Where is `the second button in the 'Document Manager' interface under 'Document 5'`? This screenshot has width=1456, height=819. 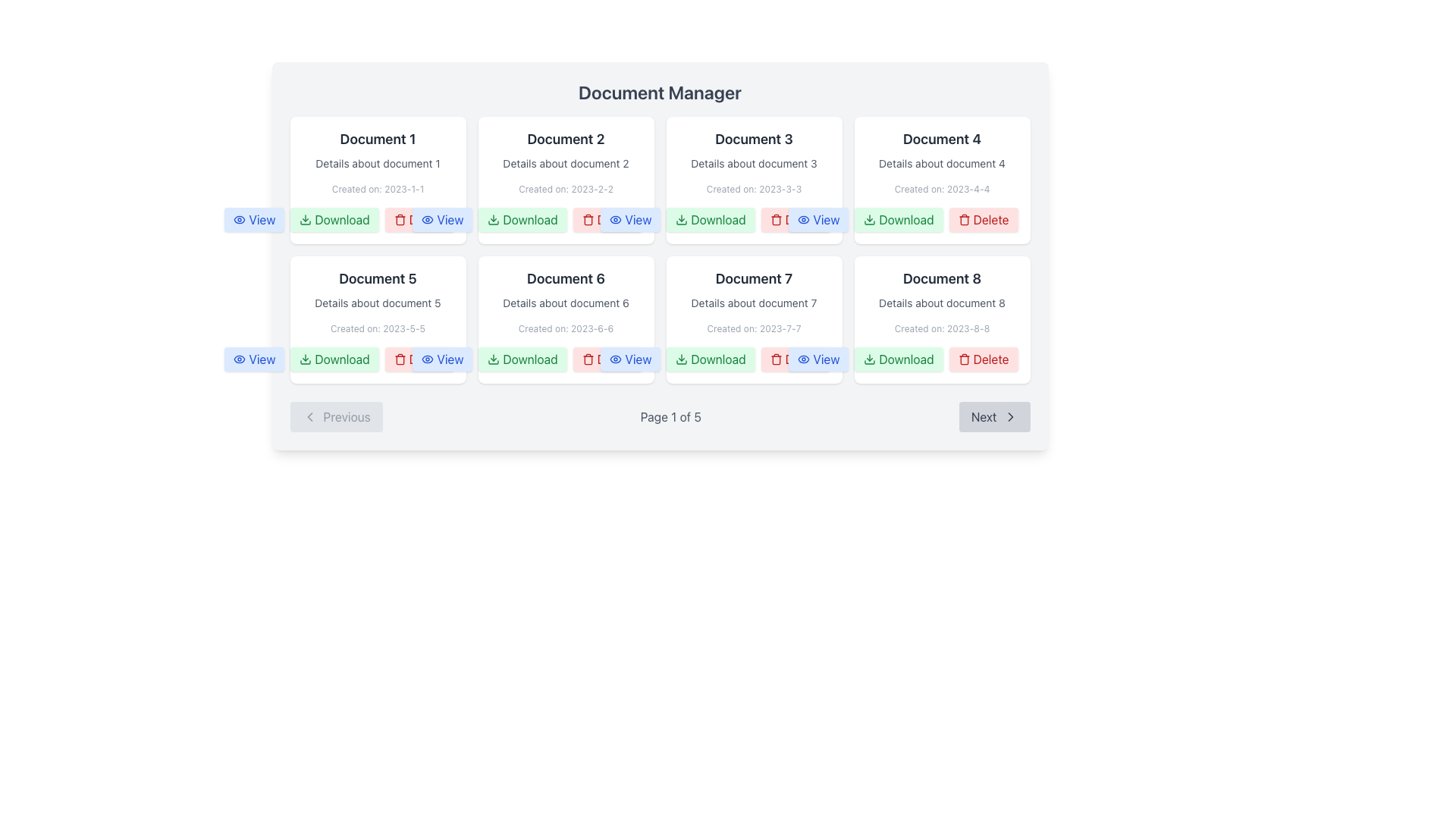 the second button in the 'Document Manager' interface under 'Document 5' is located at coordinates (334, 359).